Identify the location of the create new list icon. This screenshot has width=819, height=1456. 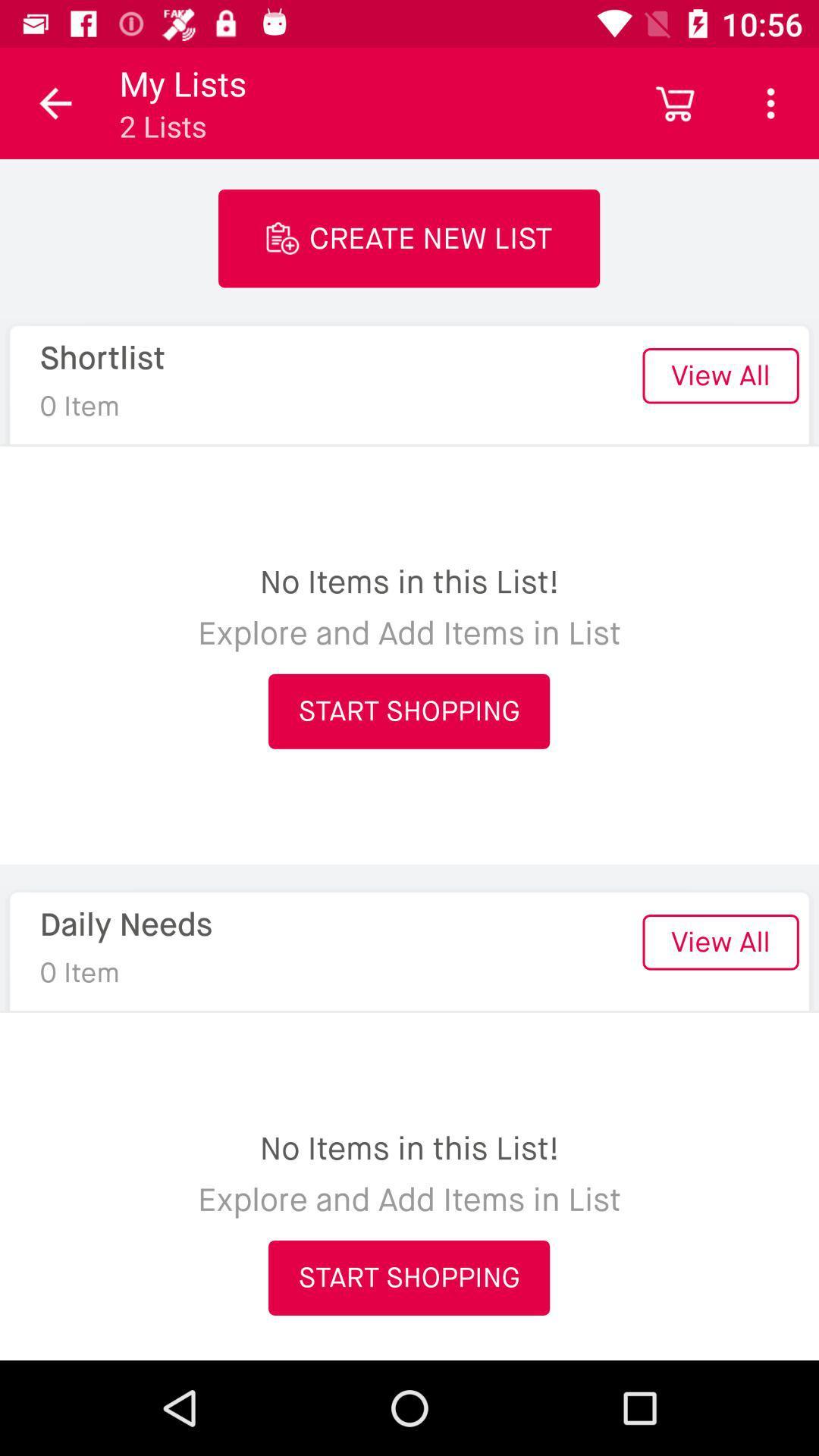
(408, 237).